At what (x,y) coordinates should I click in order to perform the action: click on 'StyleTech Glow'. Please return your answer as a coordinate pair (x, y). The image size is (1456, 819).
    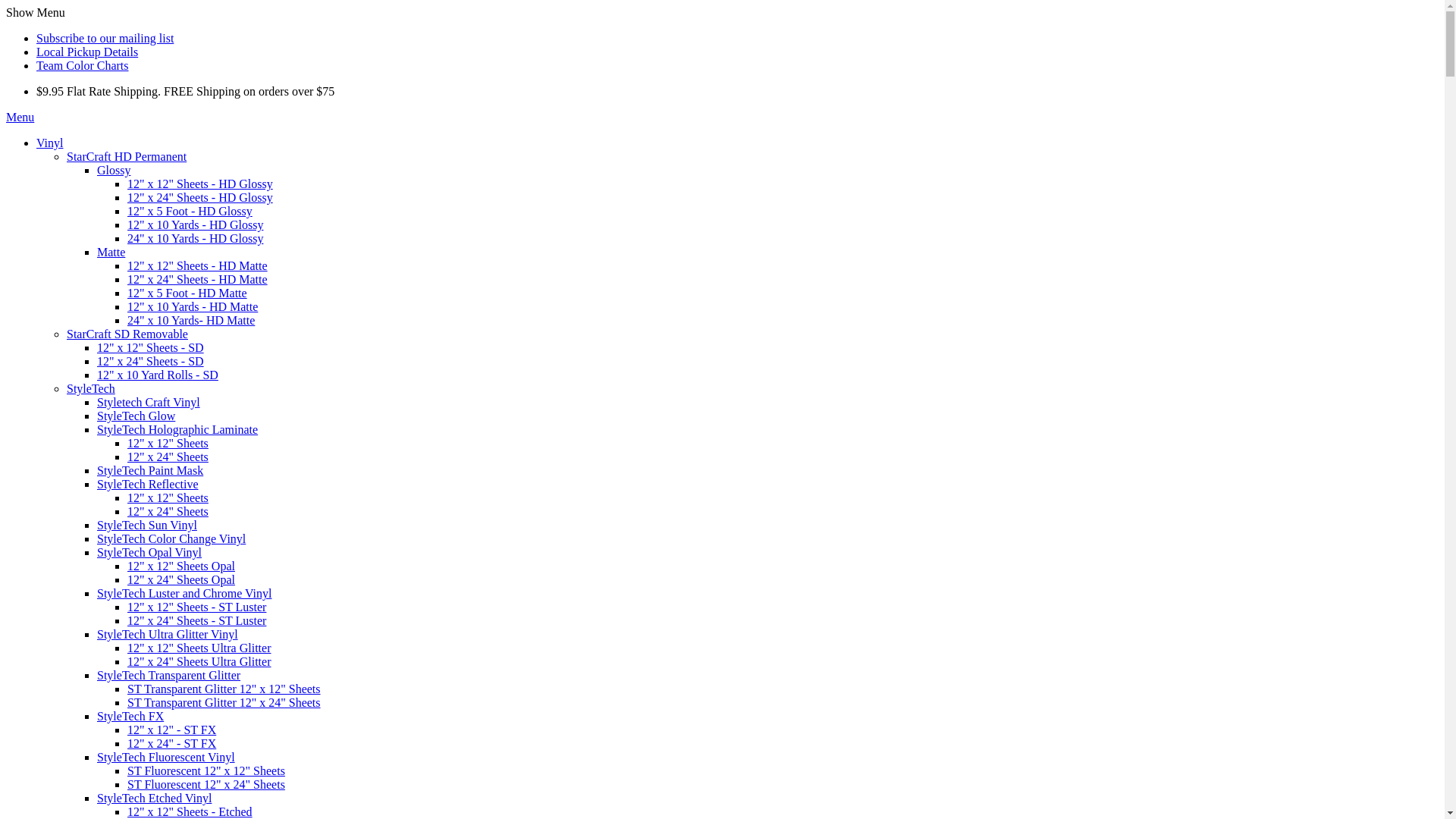
    Looking at the image, I should click on (136, 416).